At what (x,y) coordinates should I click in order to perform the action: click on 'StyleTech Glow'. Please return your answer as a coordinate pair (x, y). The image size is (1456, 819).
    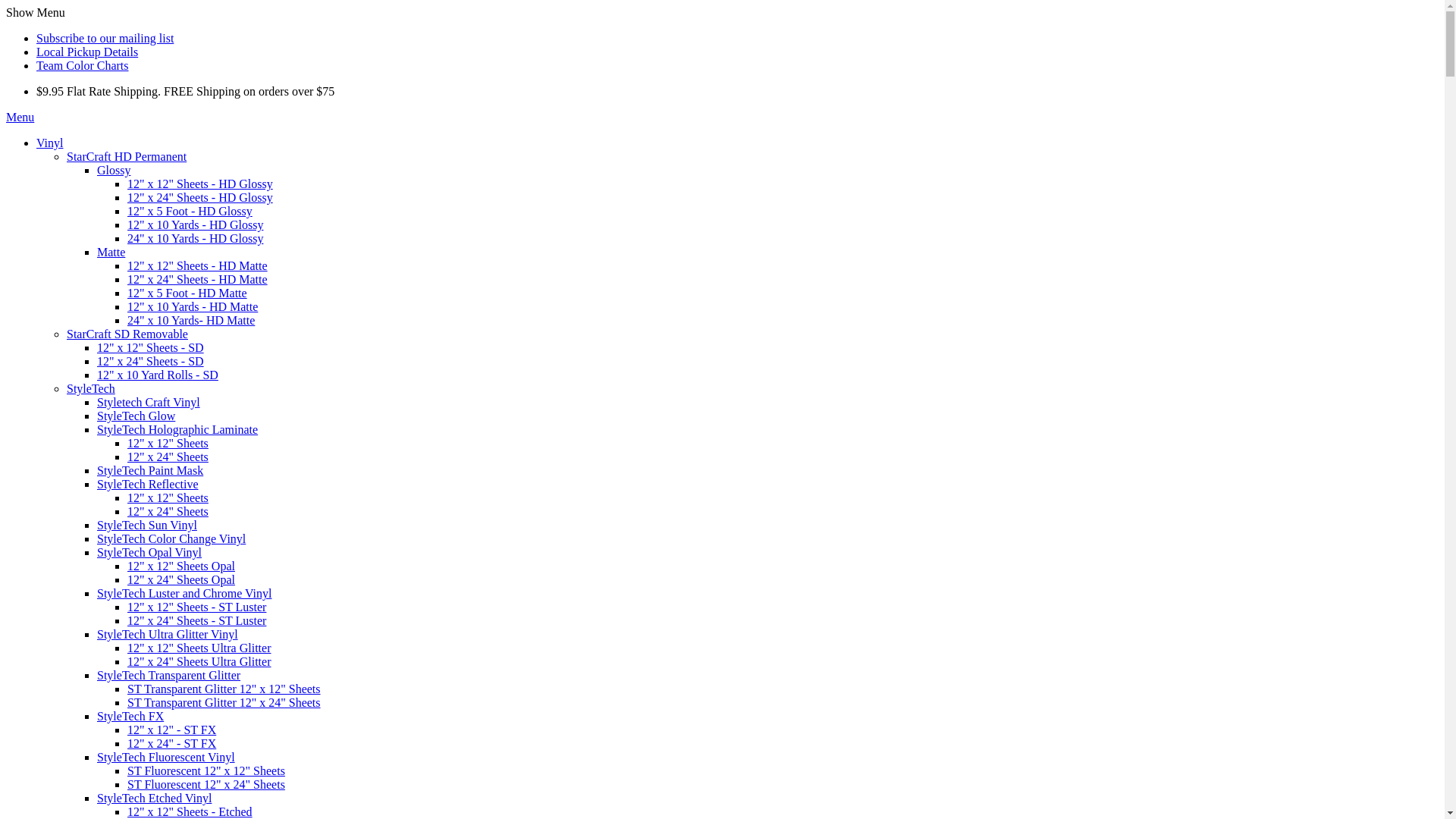
    Looking at the image, I should click on (136, 416).